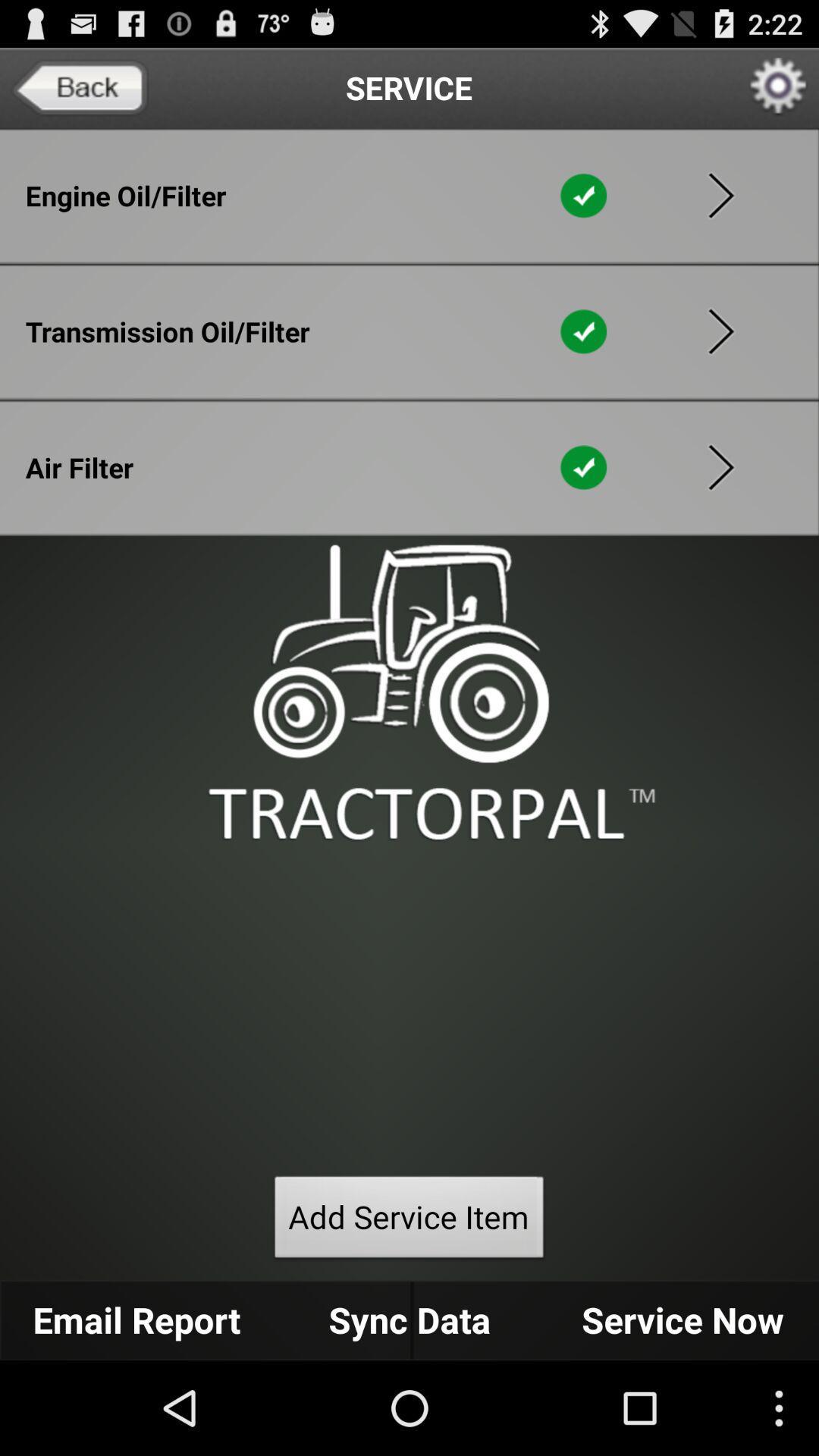 The image size is (819, 1456). I want to click on next page, so click(720, 195).